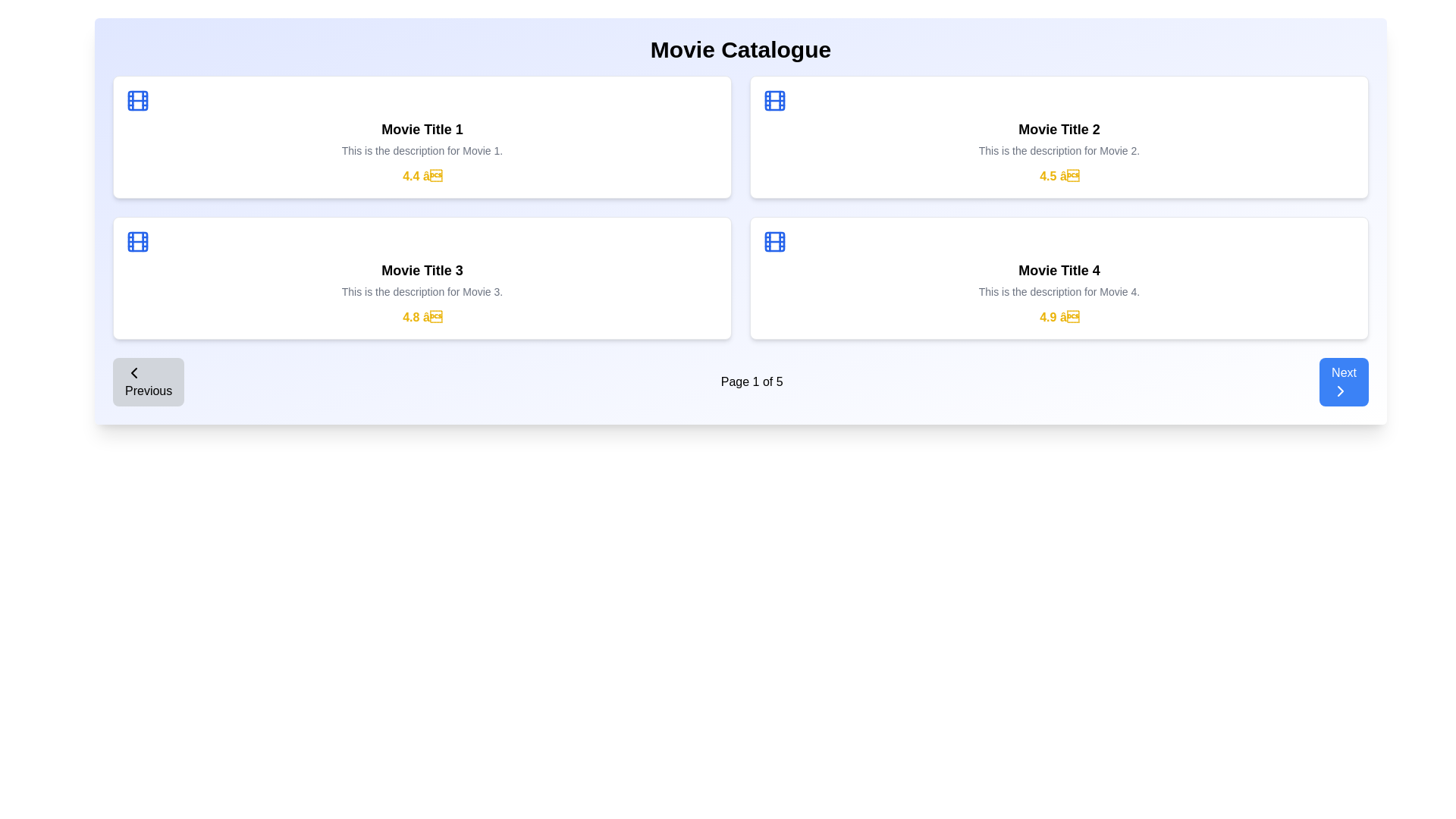 This screenshot has height=819, width=1456. What do you see at coordinates (422, 137) in the screenshot?
I see `the Content card element featuring a blue icon, bold title 'Movie Title 1', gray description, and a yellow rating section in a 2x2 grid layout` at bounding box center [422, 137].